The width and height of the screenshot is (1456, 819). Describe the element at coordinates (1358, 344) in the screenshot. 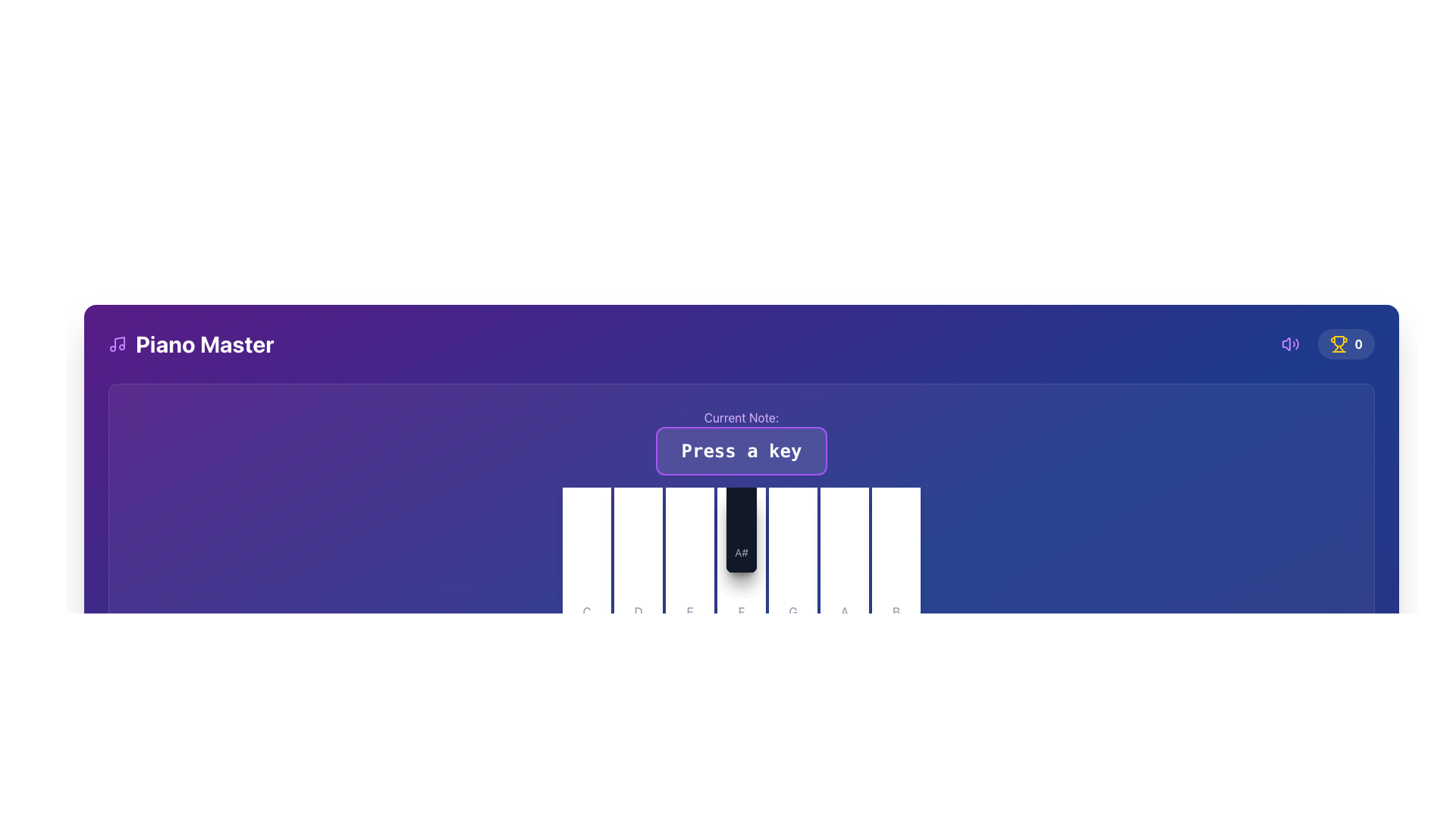

I see `the static text display that shows the score or achievement count, located near the top right corner of the layout, adjacent to the trophy icon` at that location.